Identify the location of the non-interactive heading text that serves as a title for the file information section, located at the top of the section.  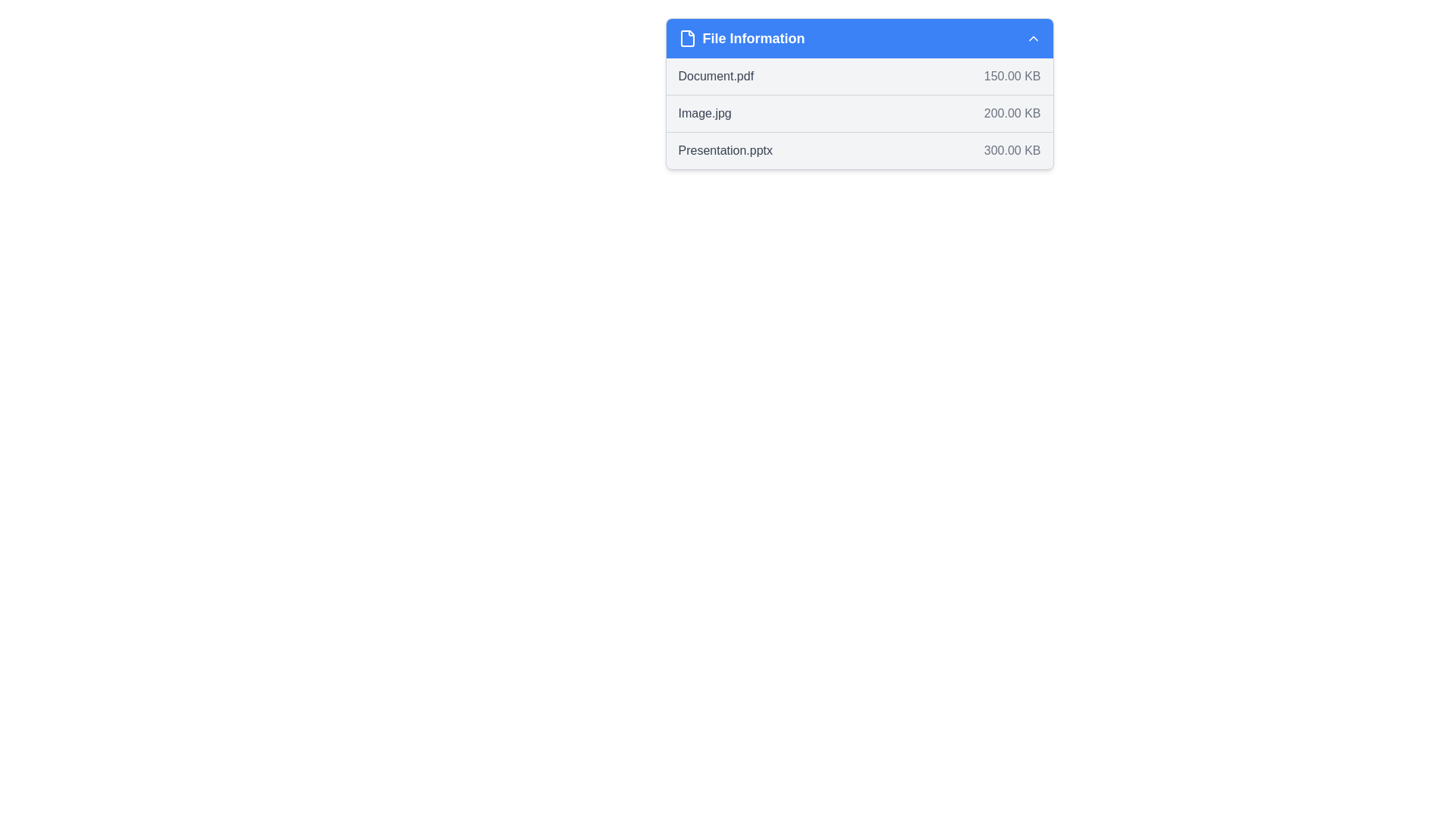
(753, 37).